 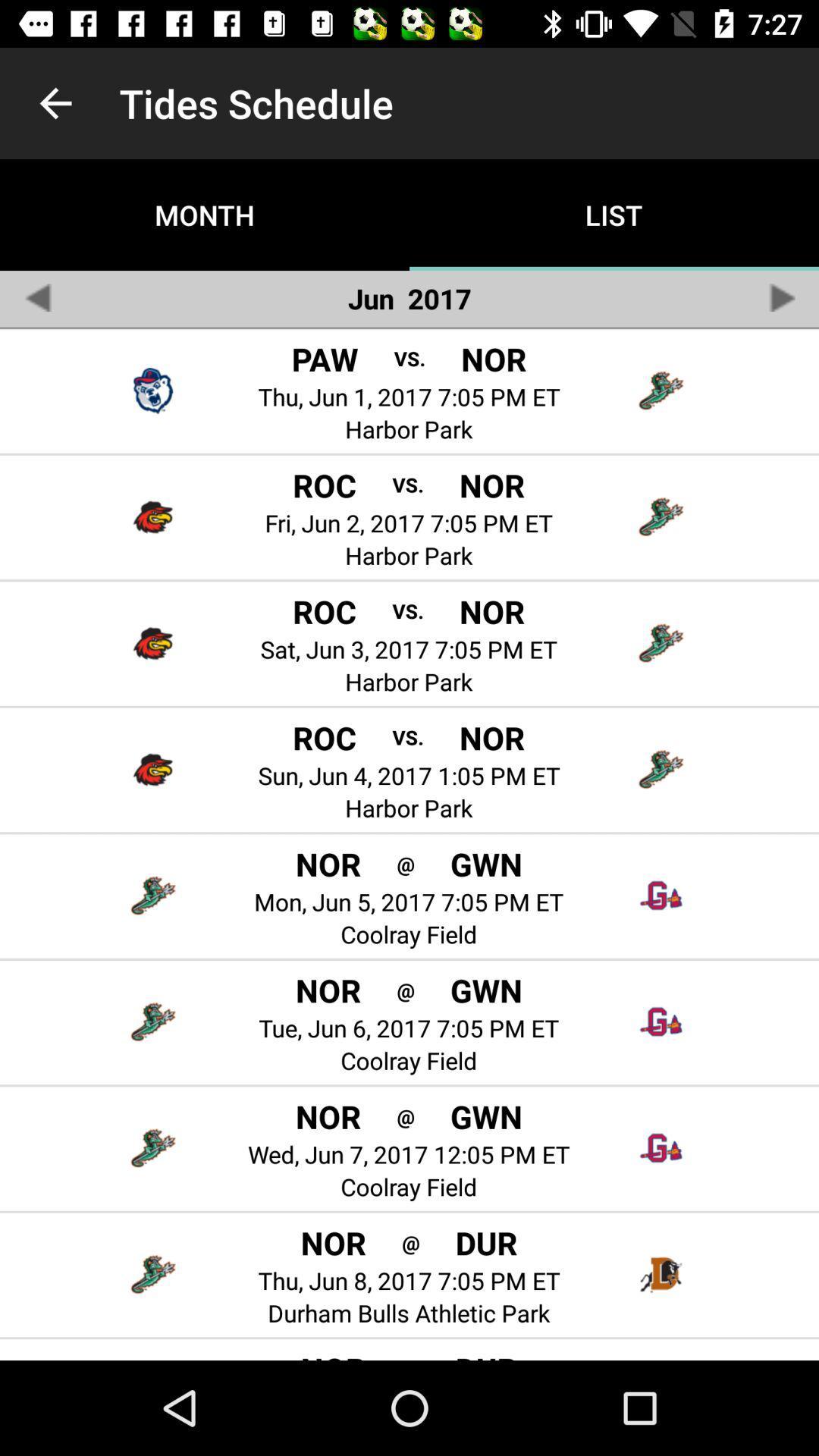 I want to click on item next to gwn, so click(x=405, y=863).